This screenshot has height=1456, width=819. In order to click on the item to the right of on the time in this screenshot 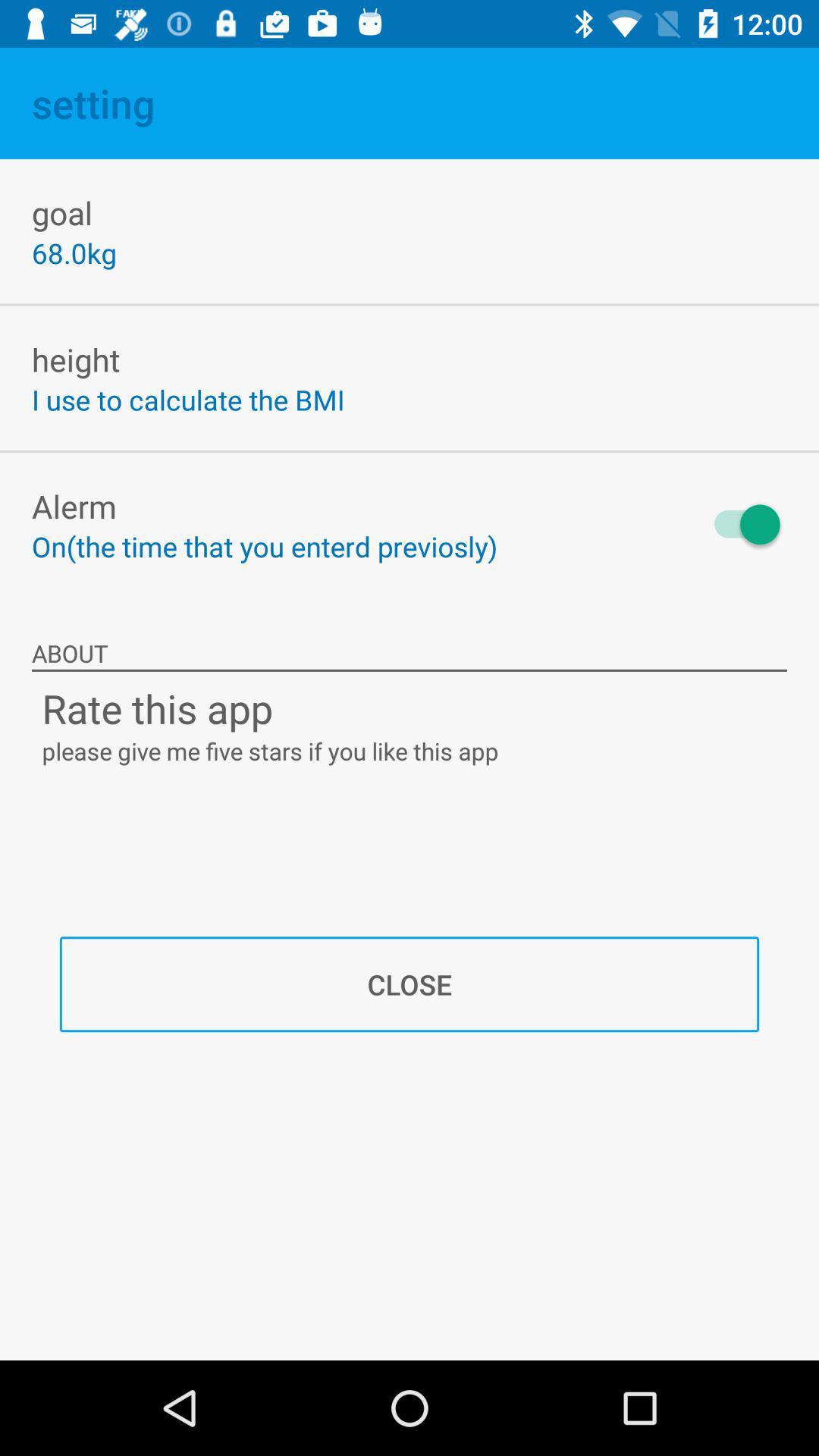, I will do `click(739, 524)`.